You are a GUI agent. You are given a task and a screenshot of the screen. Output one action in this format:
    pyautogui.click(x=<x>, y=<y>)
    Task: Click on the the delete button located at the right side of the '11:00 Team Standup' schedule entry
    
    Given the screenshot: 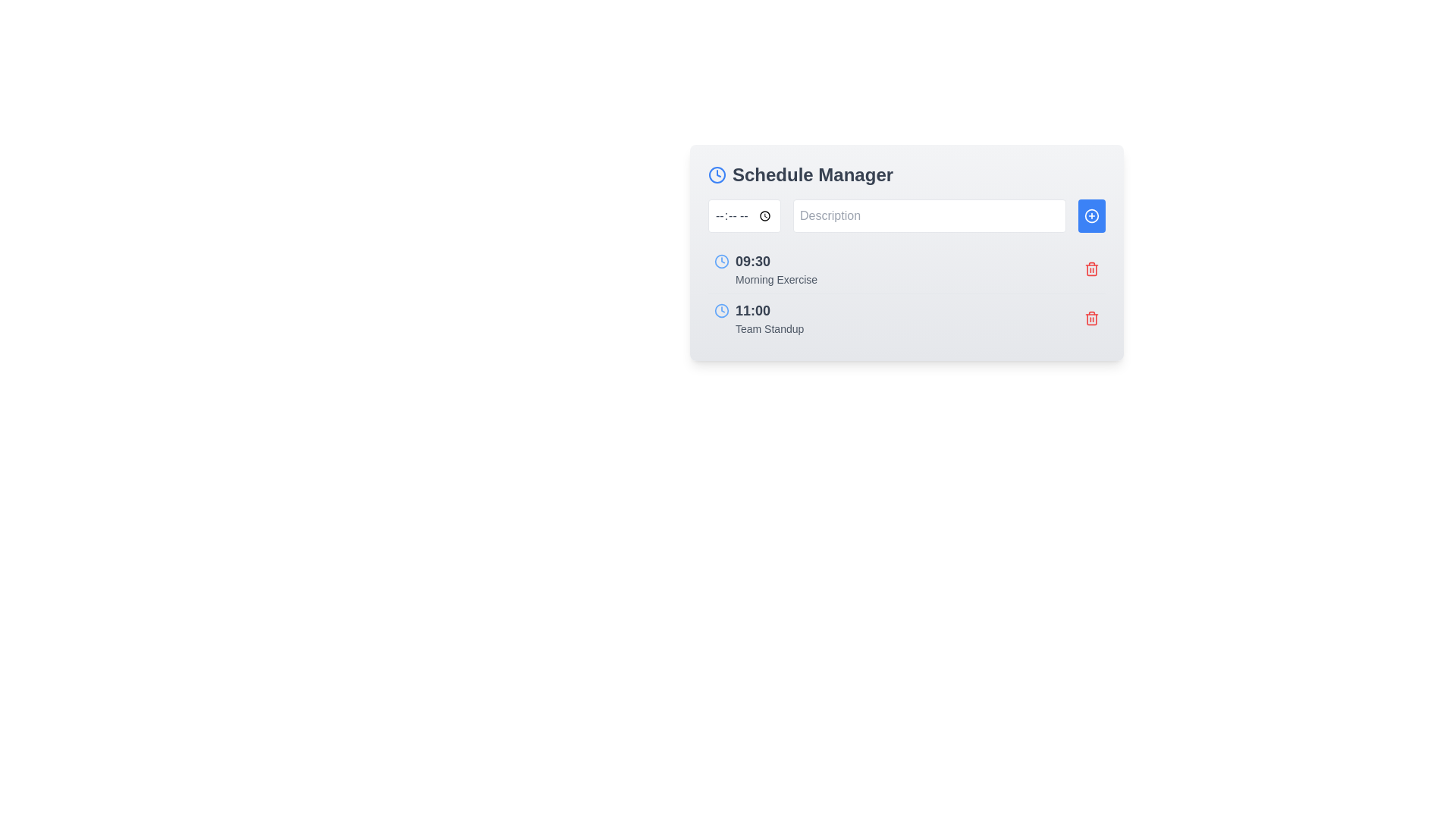 What is the action you would take?
    pyautogui.click(x=1092, y=318)
    